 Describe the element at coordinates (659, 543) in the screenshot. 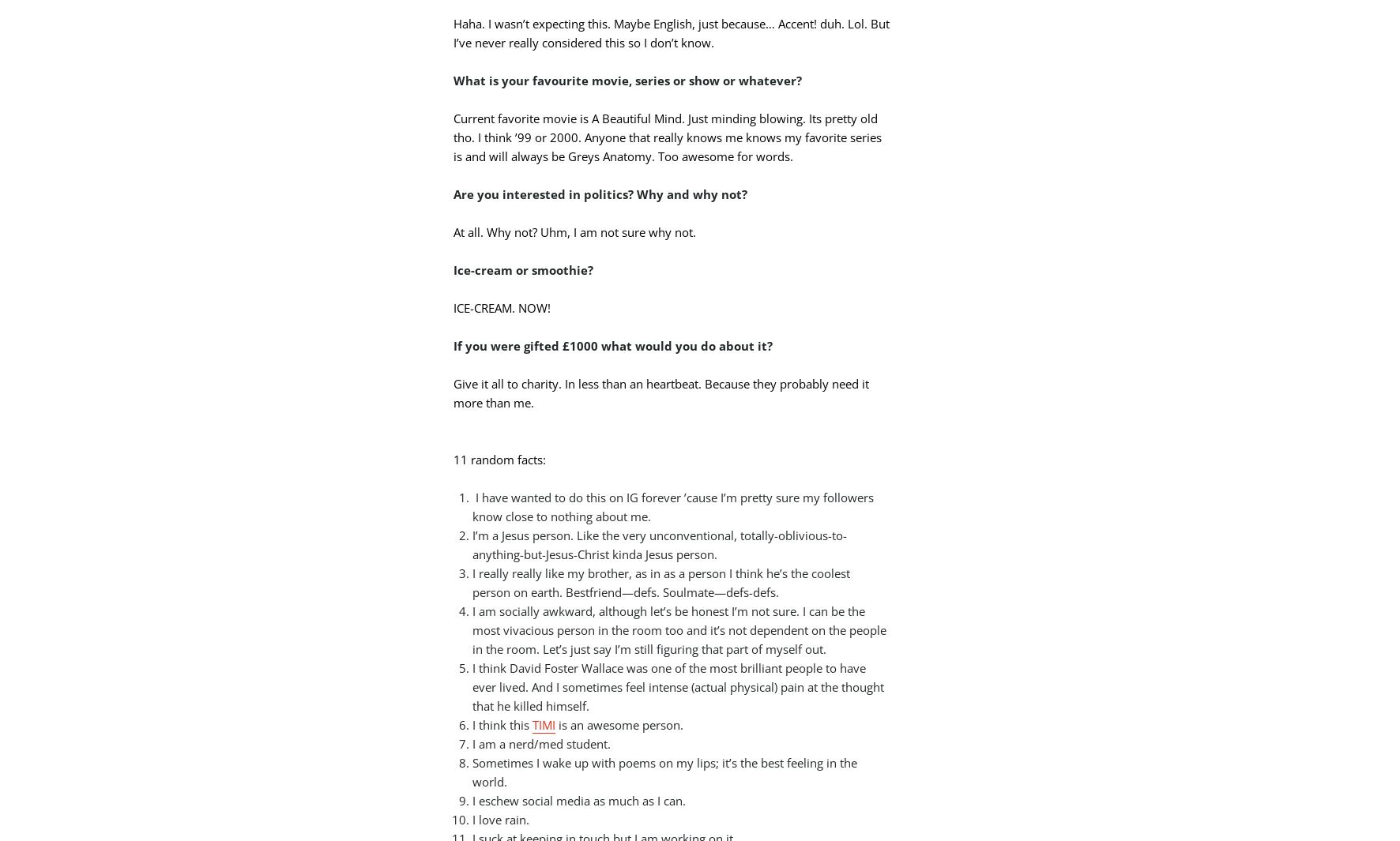

I see `'I’m a Jesus person. Like the very unconventional, totally-oblivious-to-anything-but-Jesus-Christ kinda Jesus person.'` at that location.